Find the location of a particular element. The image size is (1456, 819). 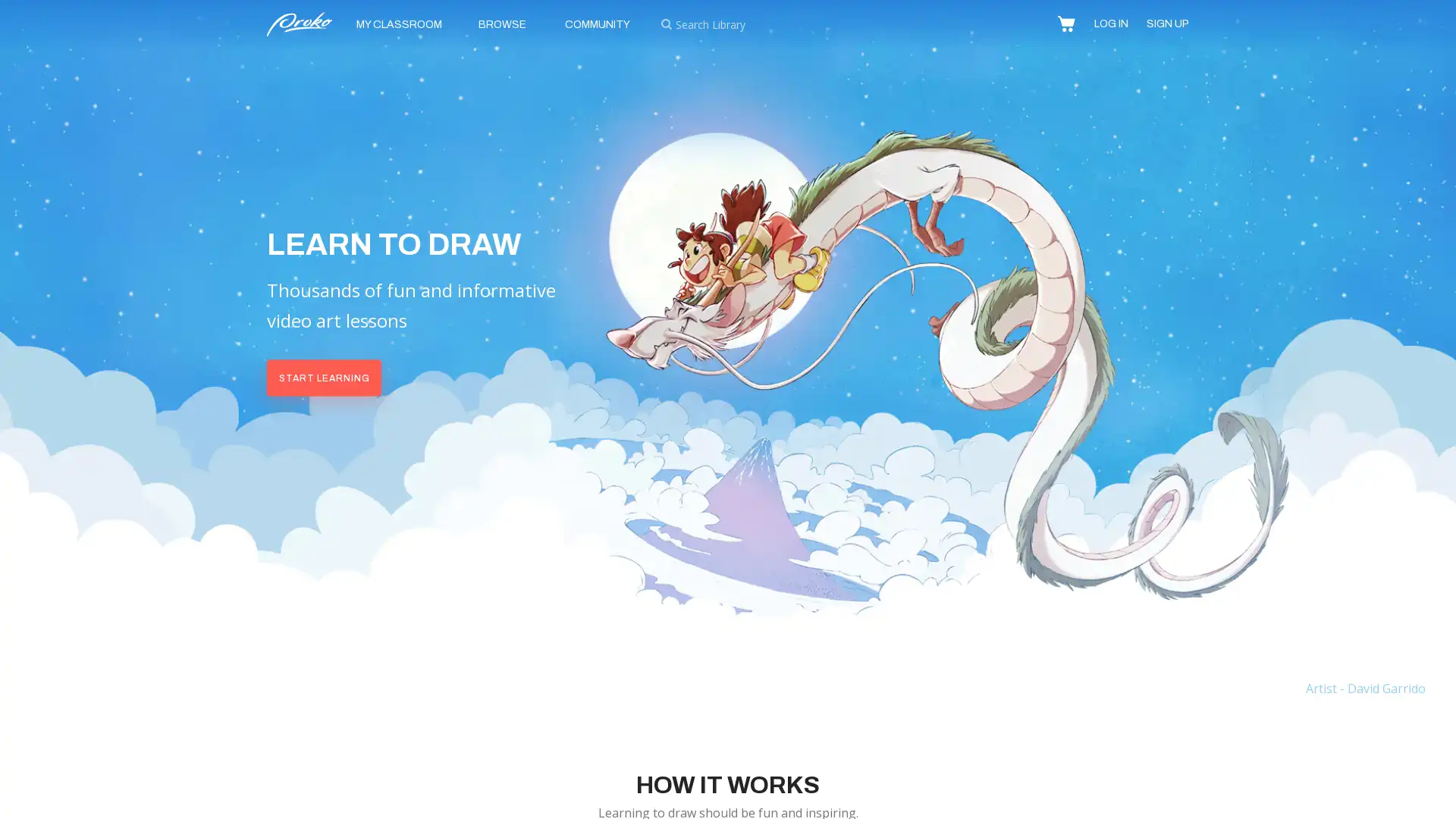

START LEARNING is located at coordinates (323, 376).